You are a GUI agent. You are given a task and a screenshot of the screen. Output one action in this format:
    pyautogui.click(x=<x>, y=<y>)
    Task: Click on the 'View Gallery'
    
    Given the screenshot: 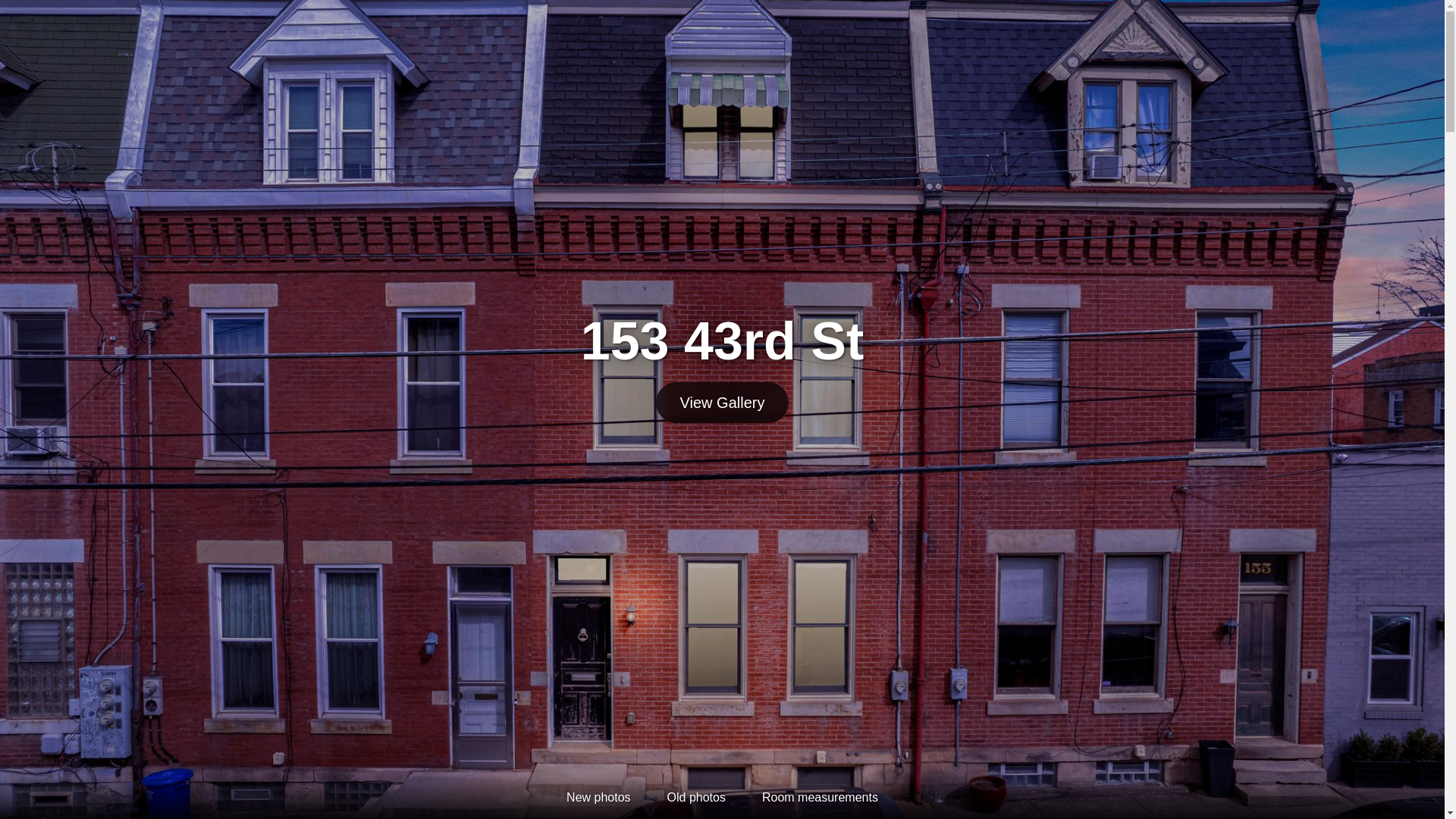 What is the action you would take?
    pyautogui.click(x=722, y=402)
    